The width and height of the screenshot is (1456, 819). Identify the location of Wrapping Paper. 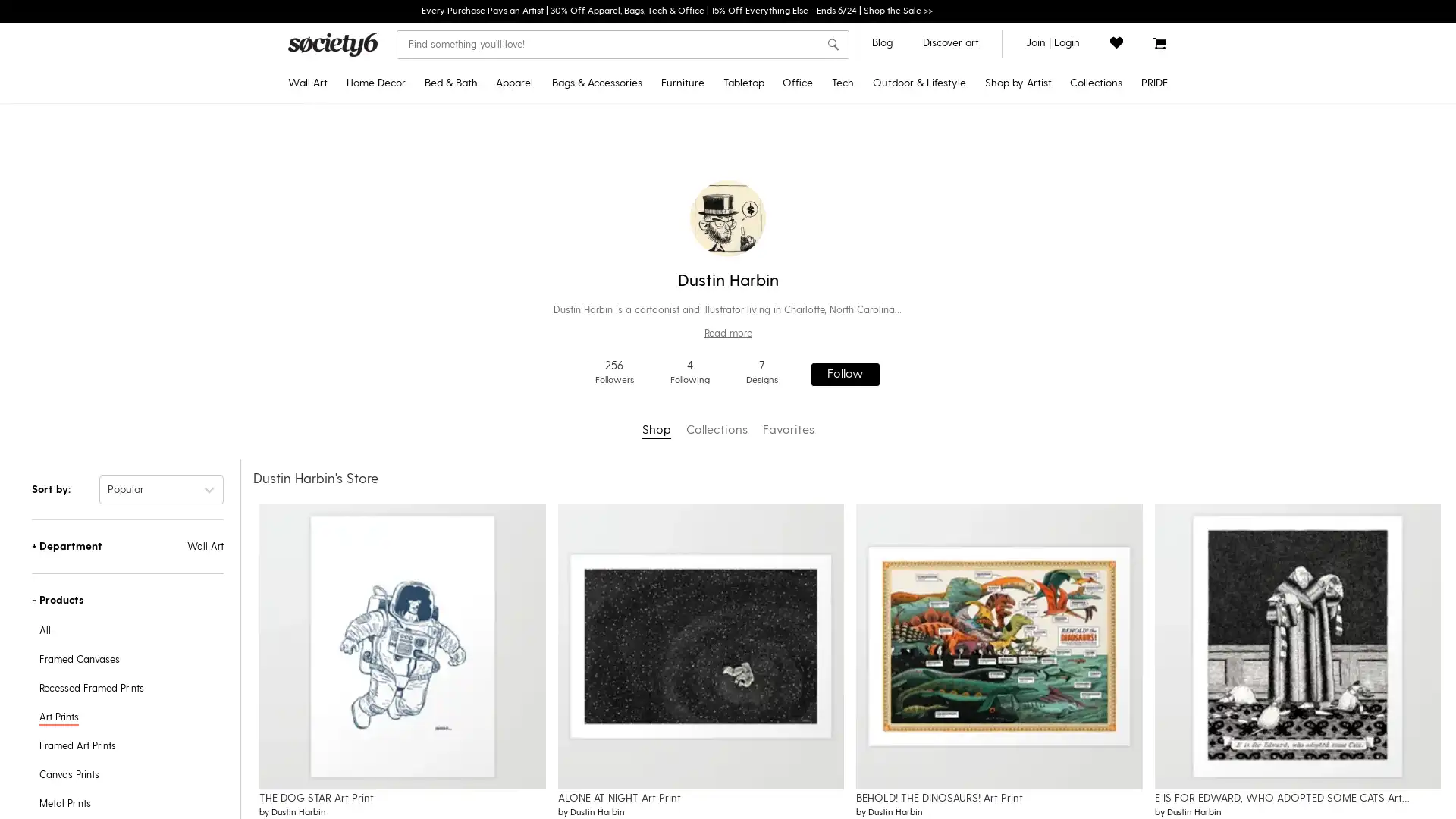
(835, 293).